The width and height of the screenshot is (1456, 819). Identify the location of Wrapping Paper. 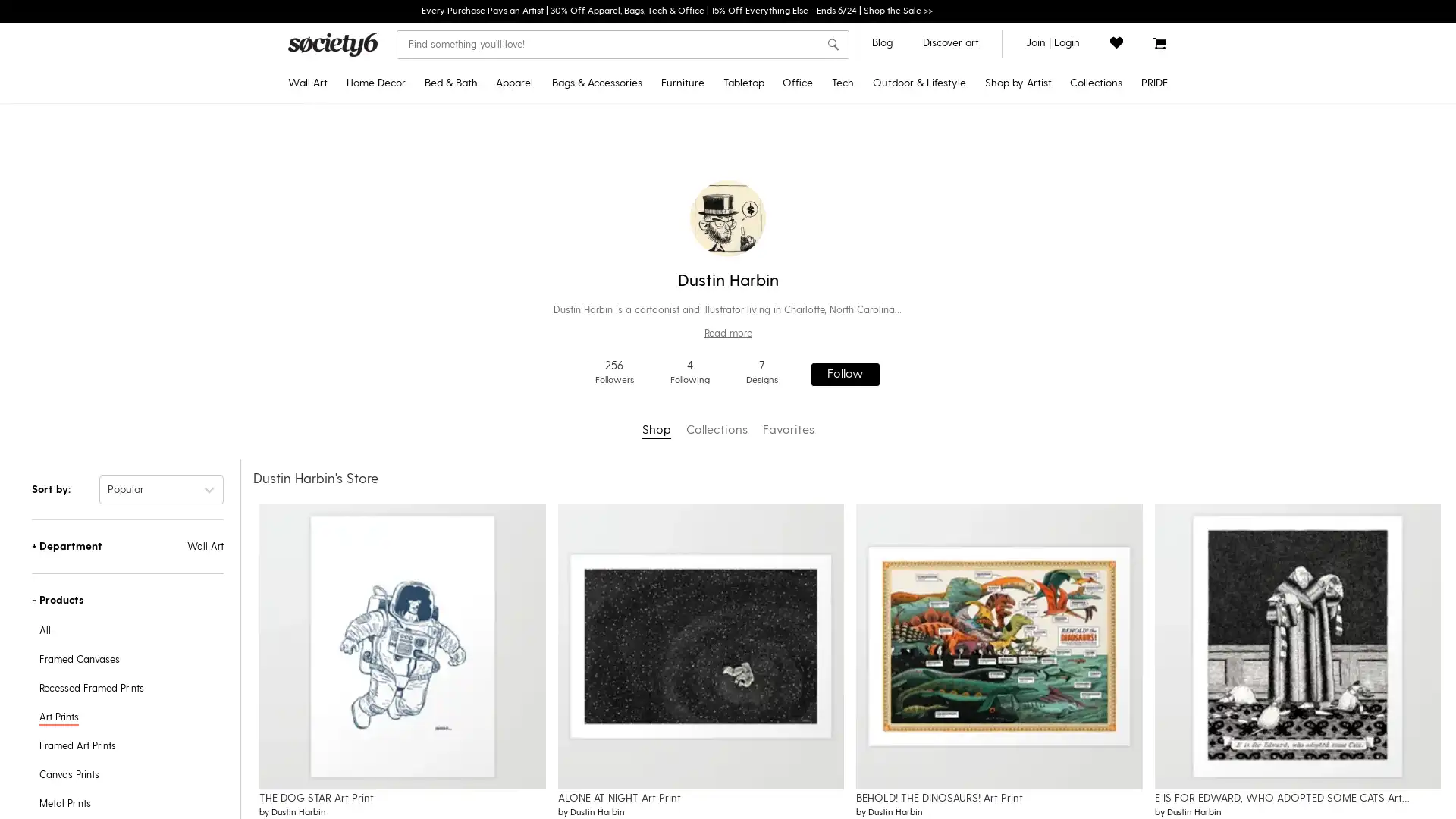
(835, 293).